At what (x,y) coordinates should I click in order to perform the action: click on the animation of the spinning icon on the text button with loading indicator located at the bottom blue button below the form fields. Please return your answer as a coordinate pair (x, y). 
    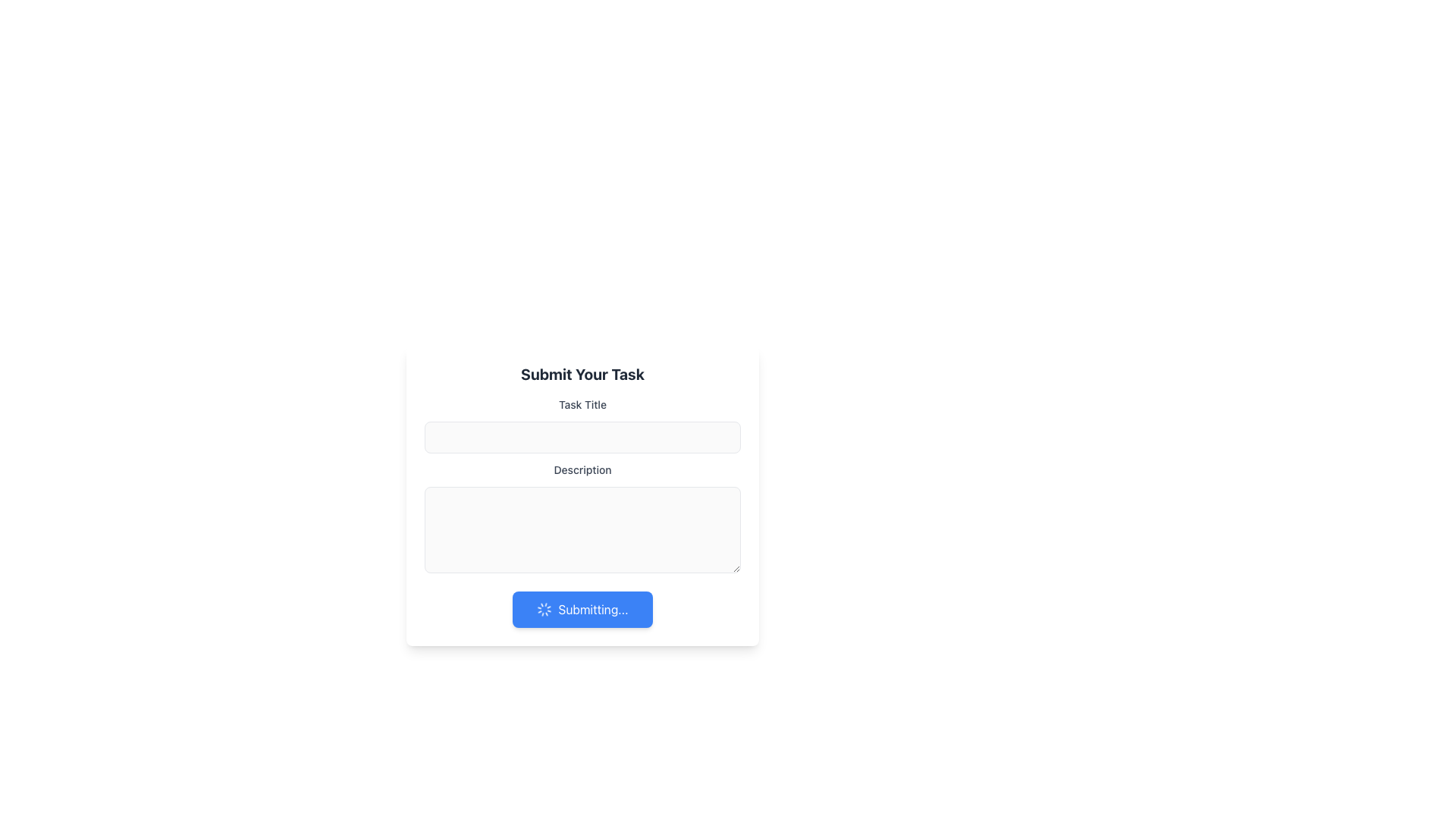
    Looking at the image, I should click on (582, 608).